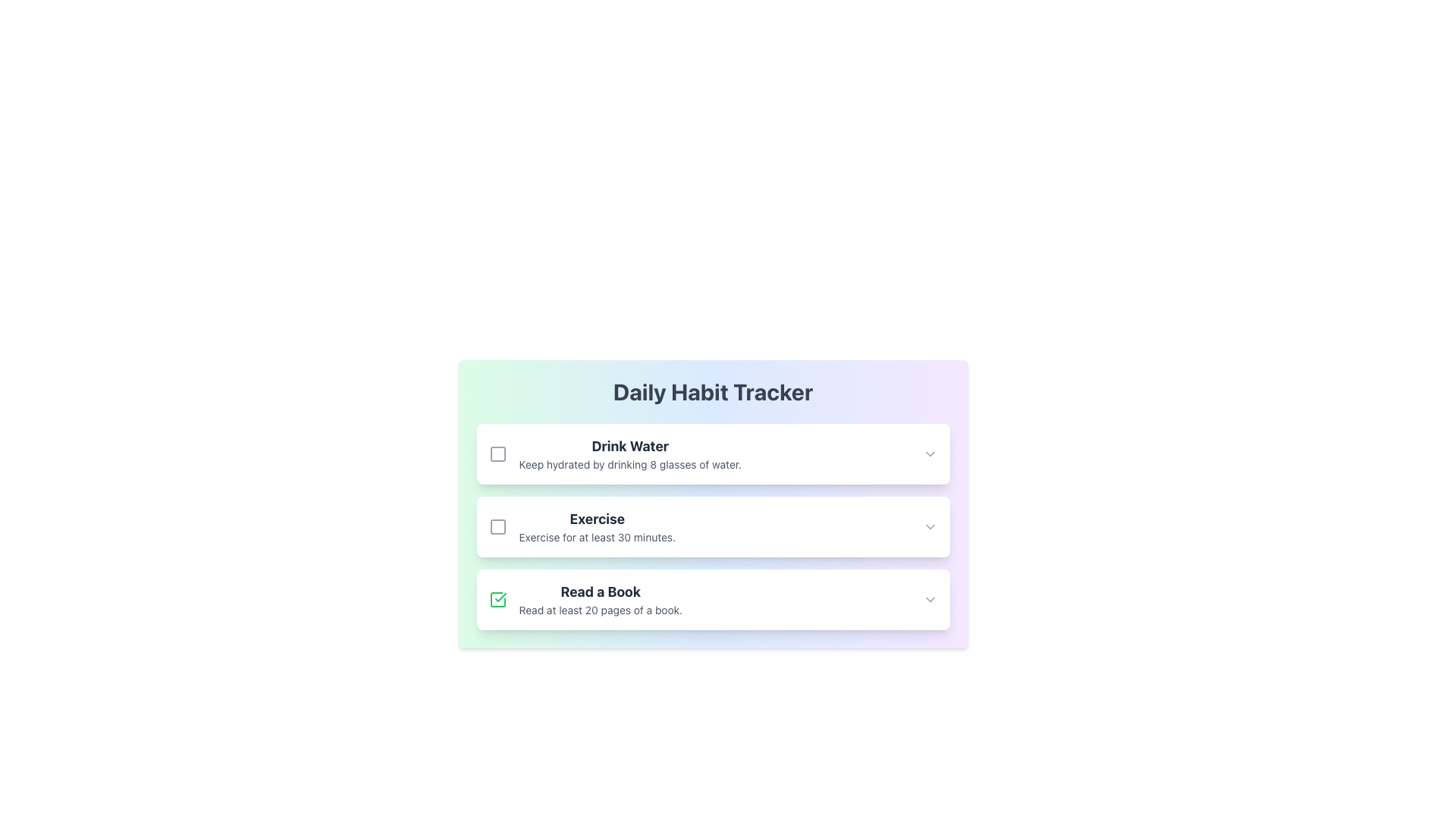 The height and width of the screenshot is (819, 1456). Describe the element at coordinates (596, 519) in the screenshot. I see `the text component displaying 'Exercise' in bold, large font within the habit tracking application card` at that location.